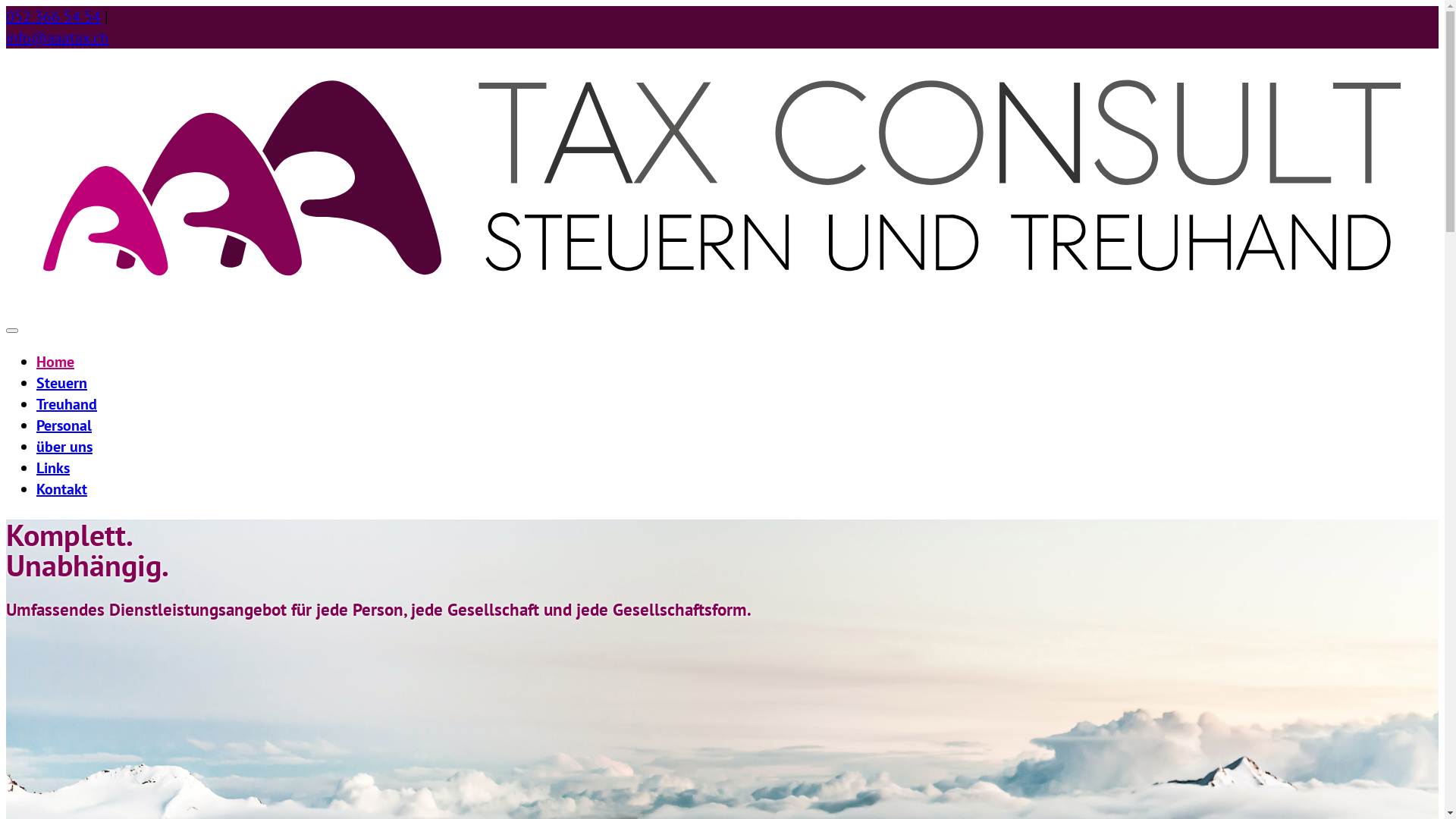 The width and height of the screenshot is (1456, 819). I want to click on 'Kontakt', so click(61, 488).